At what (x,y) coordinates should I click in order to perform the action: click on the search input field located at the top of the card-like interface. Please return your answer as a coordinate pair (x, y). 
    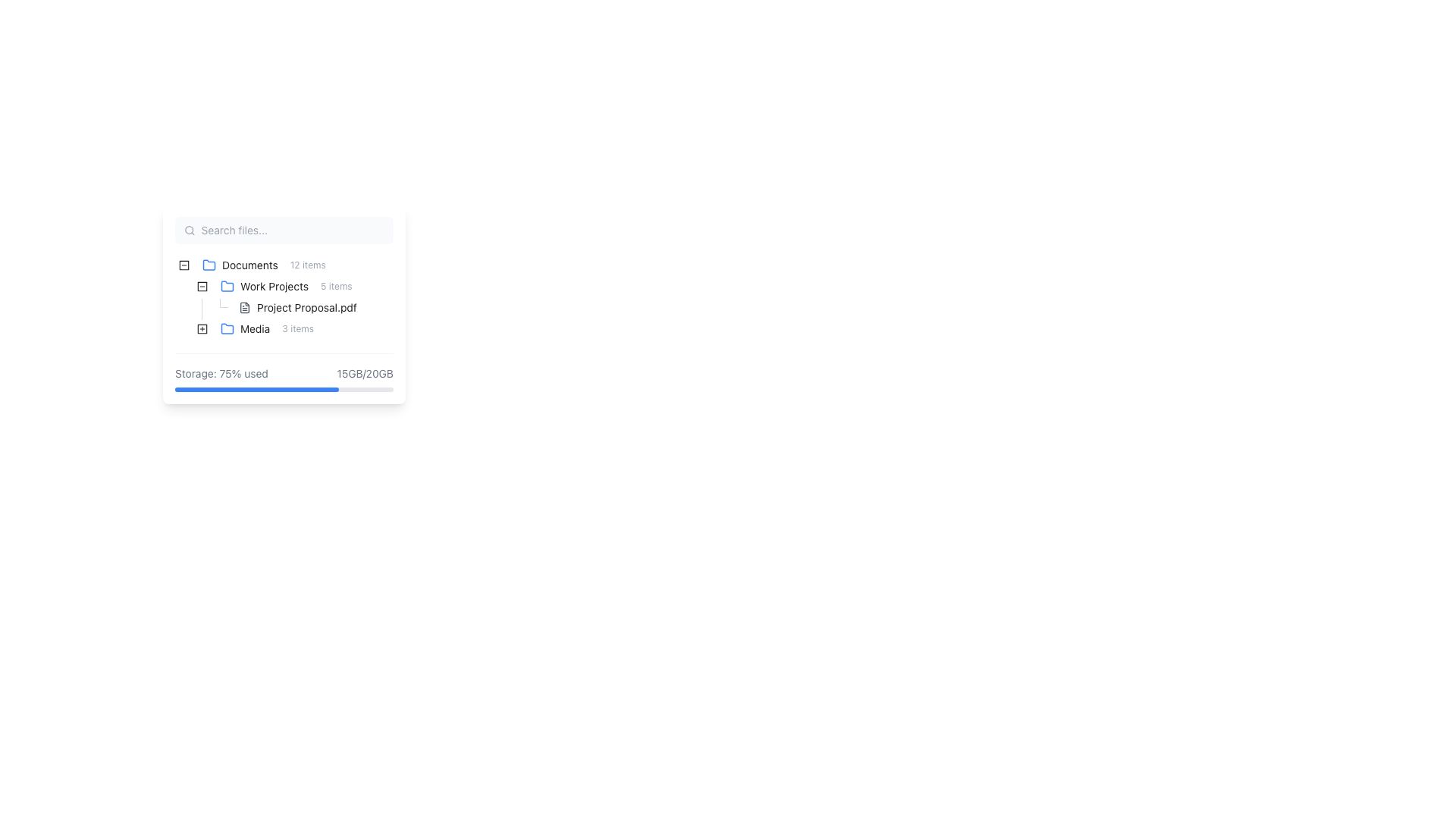
    Looking at the image, I should click on (284, 231).